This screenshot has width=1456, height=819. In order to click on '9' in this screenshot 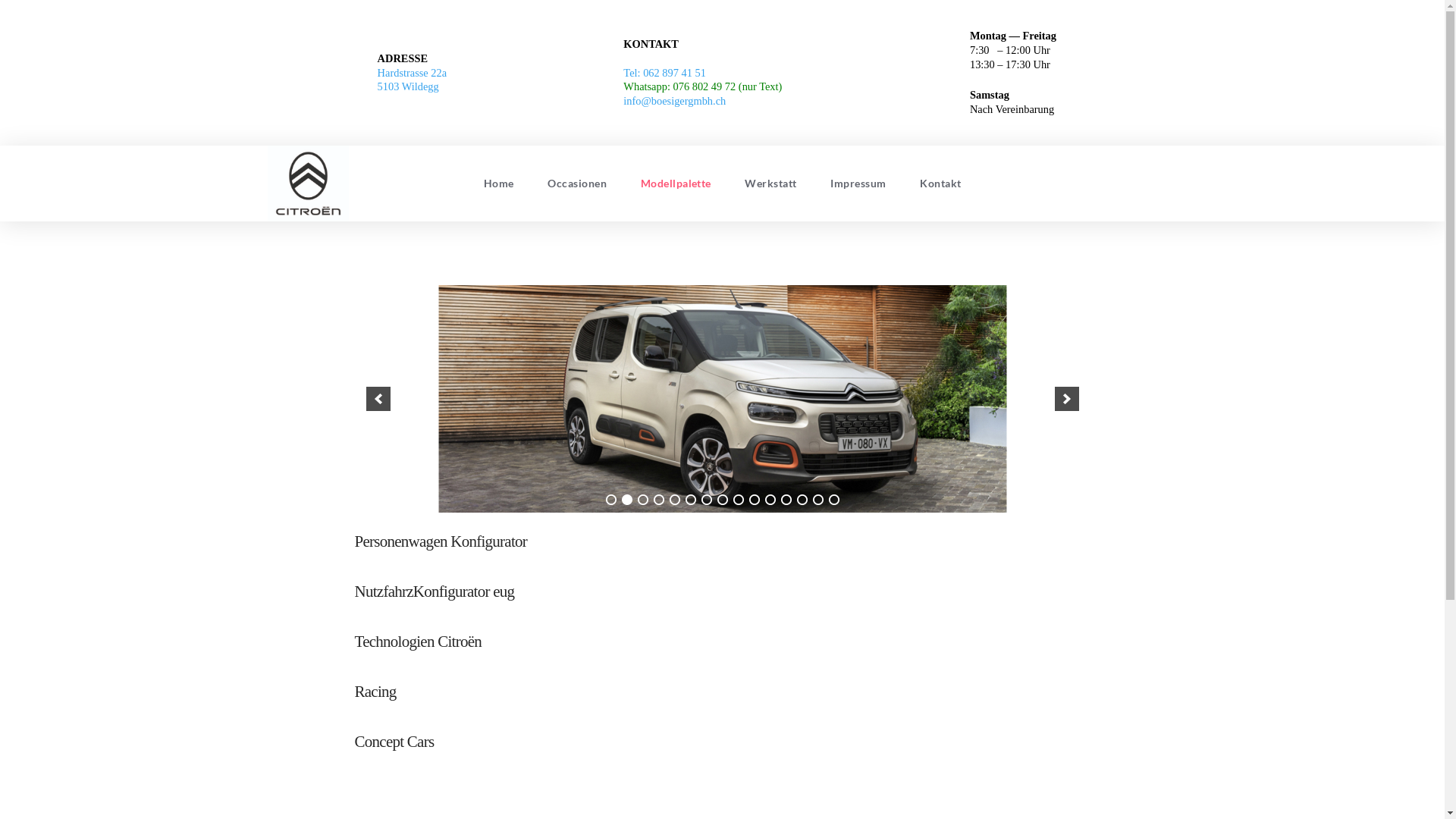, I will do `click(738, 500)`.